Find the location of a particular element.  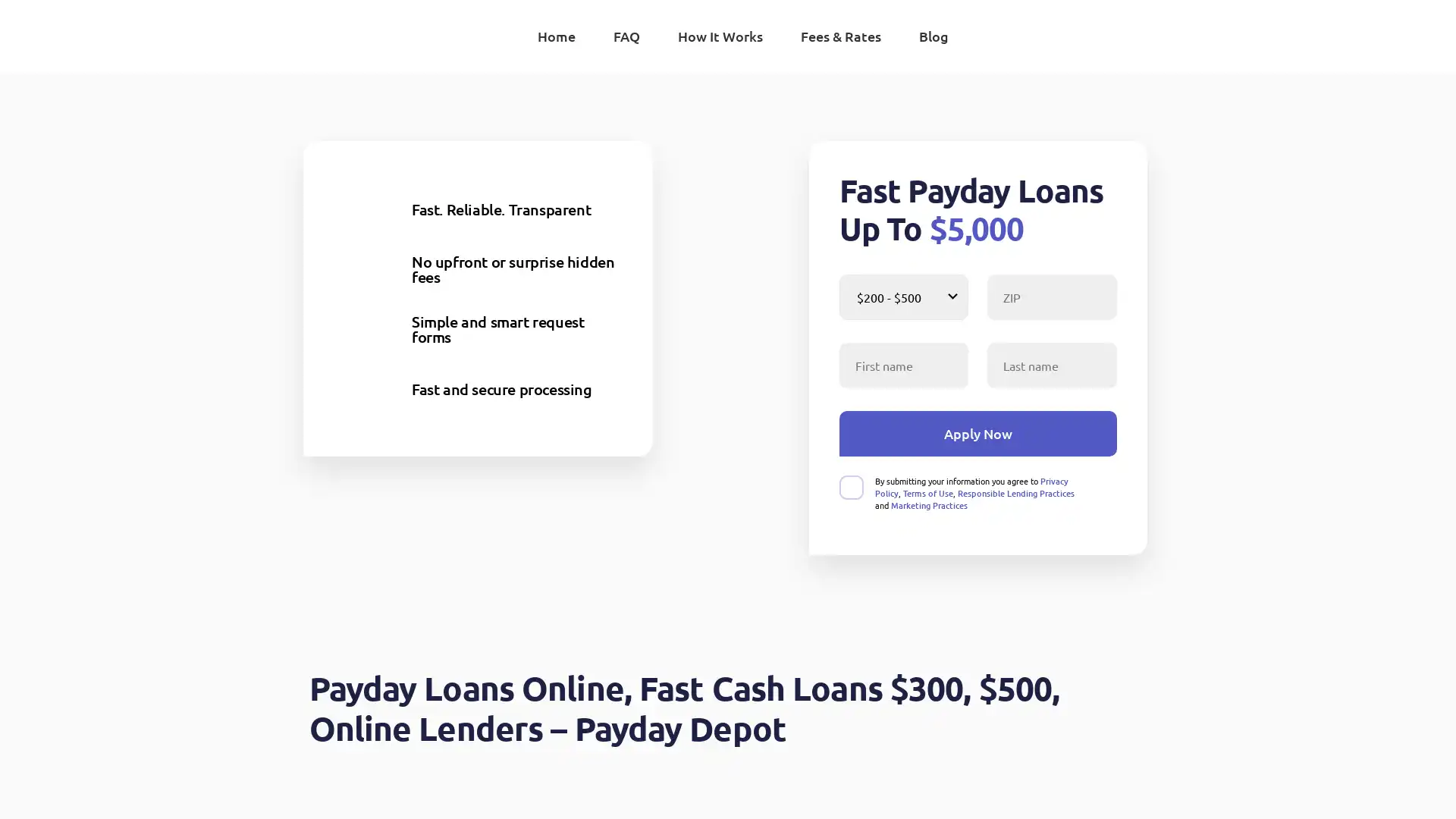

Apply Now is located at coordinates (977, 432).